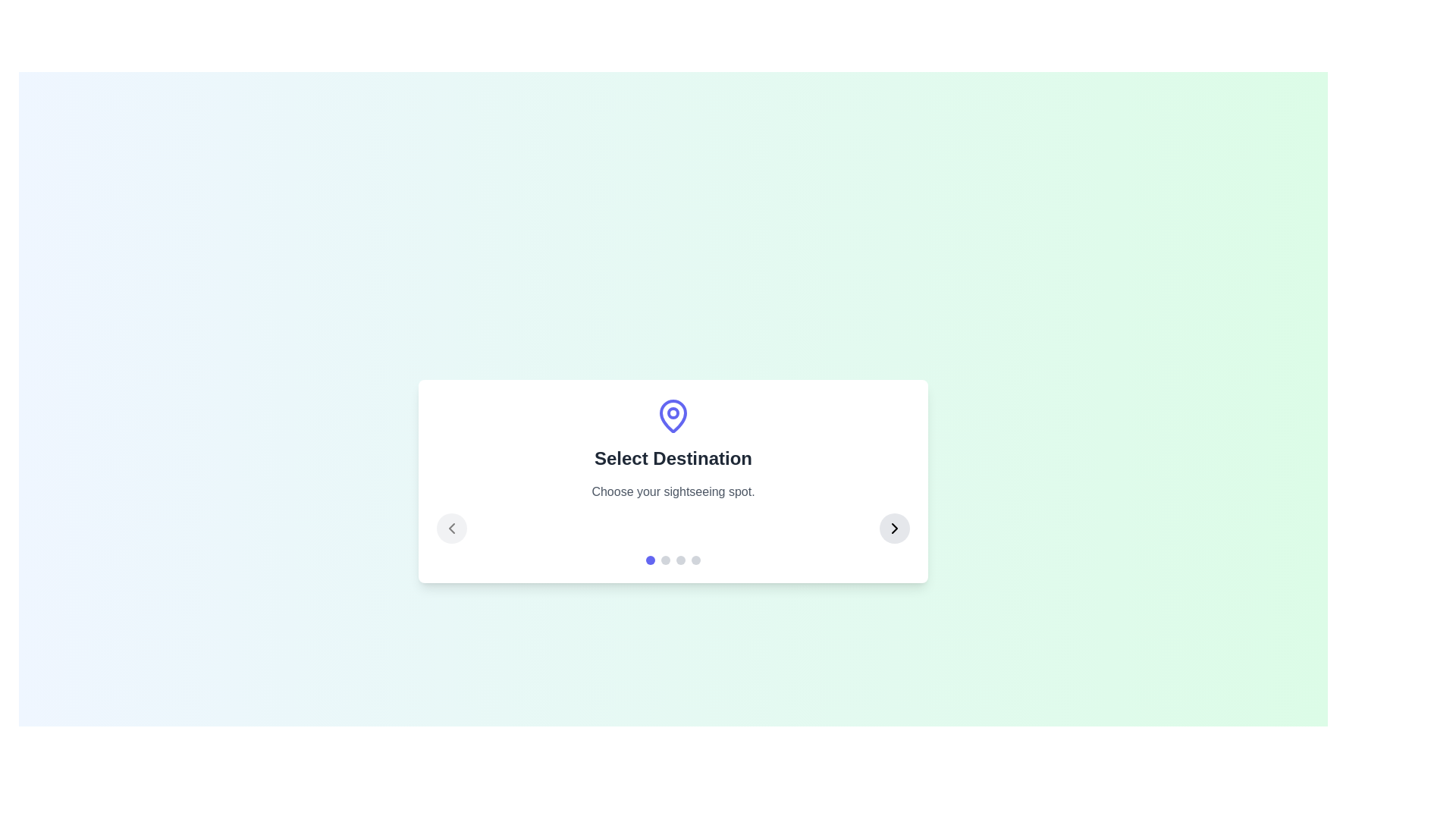 Image resolution: width=1456 pixels, height=819 pixels. I want to click on the step icon to highlight it, so click(673, 416).